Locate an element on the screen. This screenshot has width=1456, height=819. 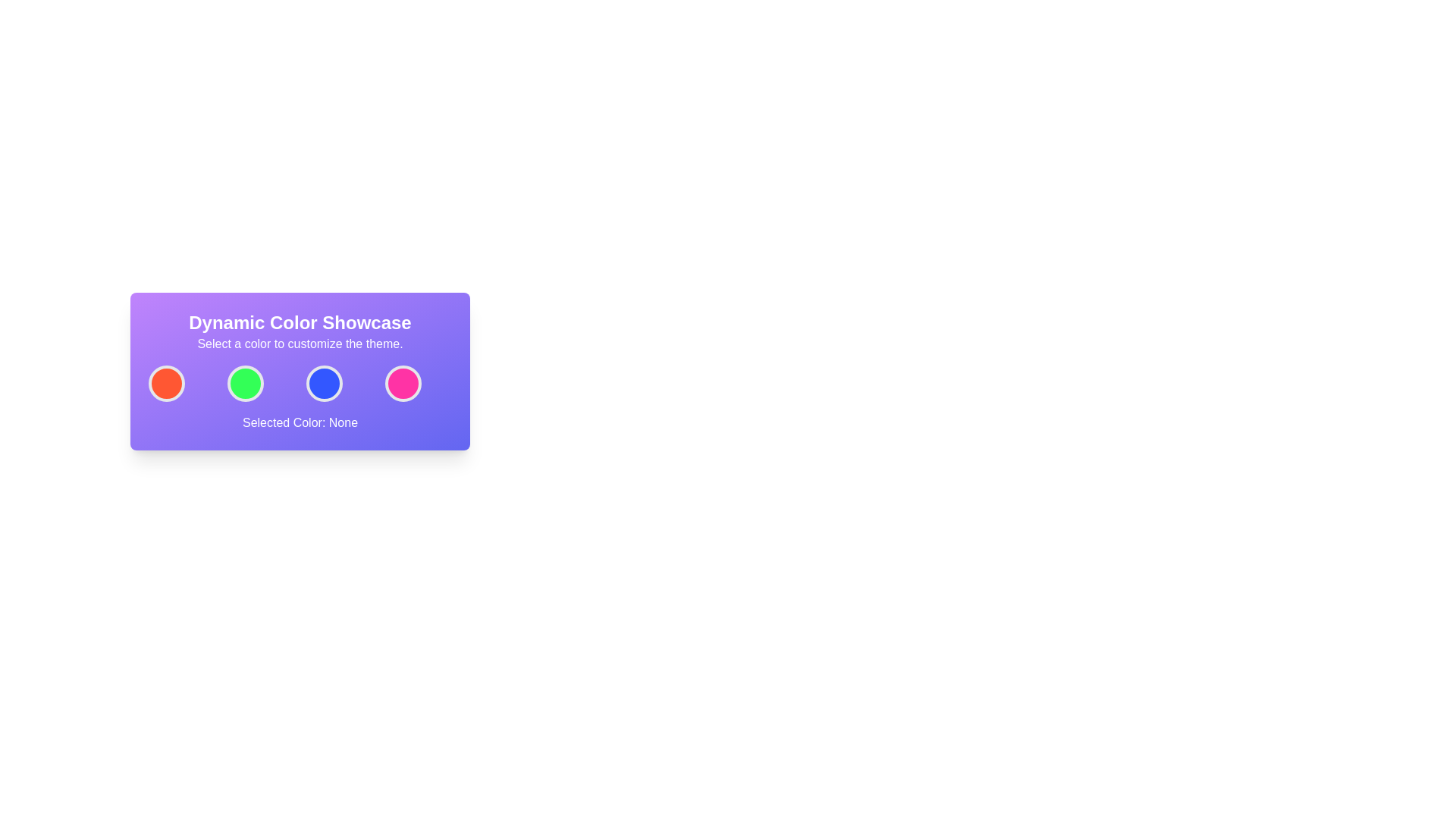
the fourth circular button with a pink background and white border is located at coordinates (403, 382).